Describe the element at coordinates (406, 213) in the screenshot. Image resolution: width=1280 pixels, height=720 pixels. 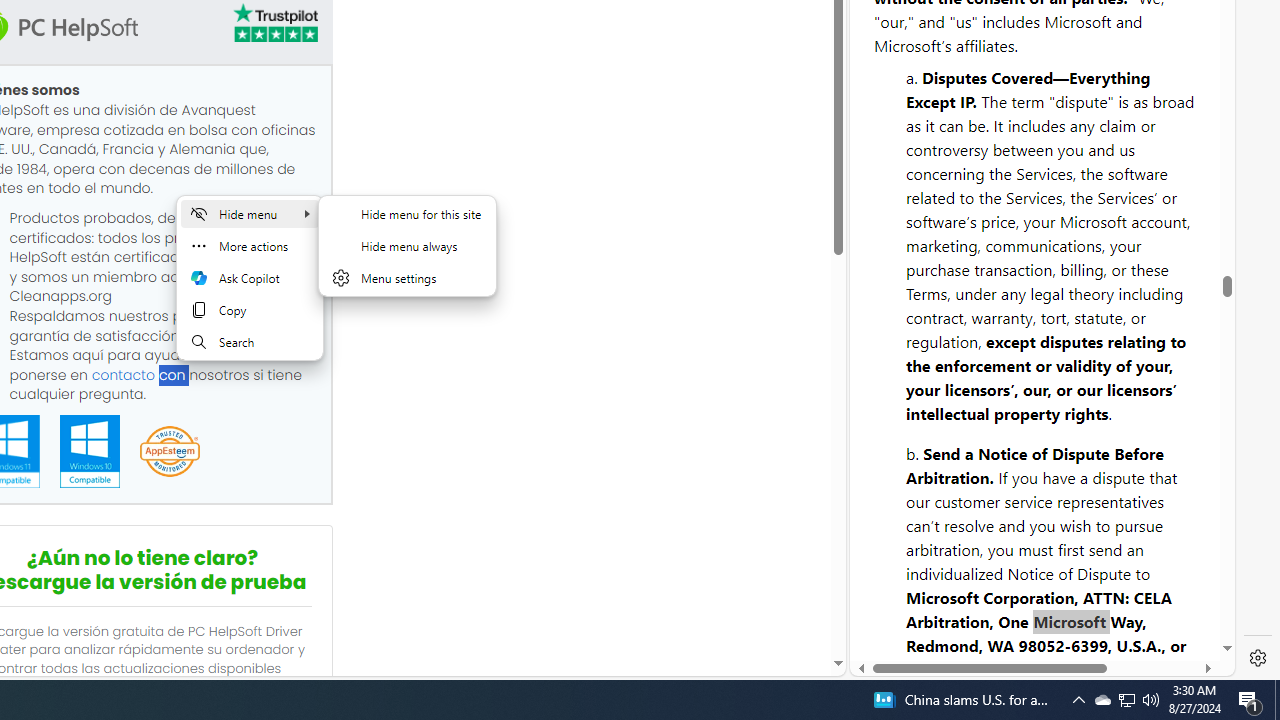
I see `'Hide menu for this site'` at that location.